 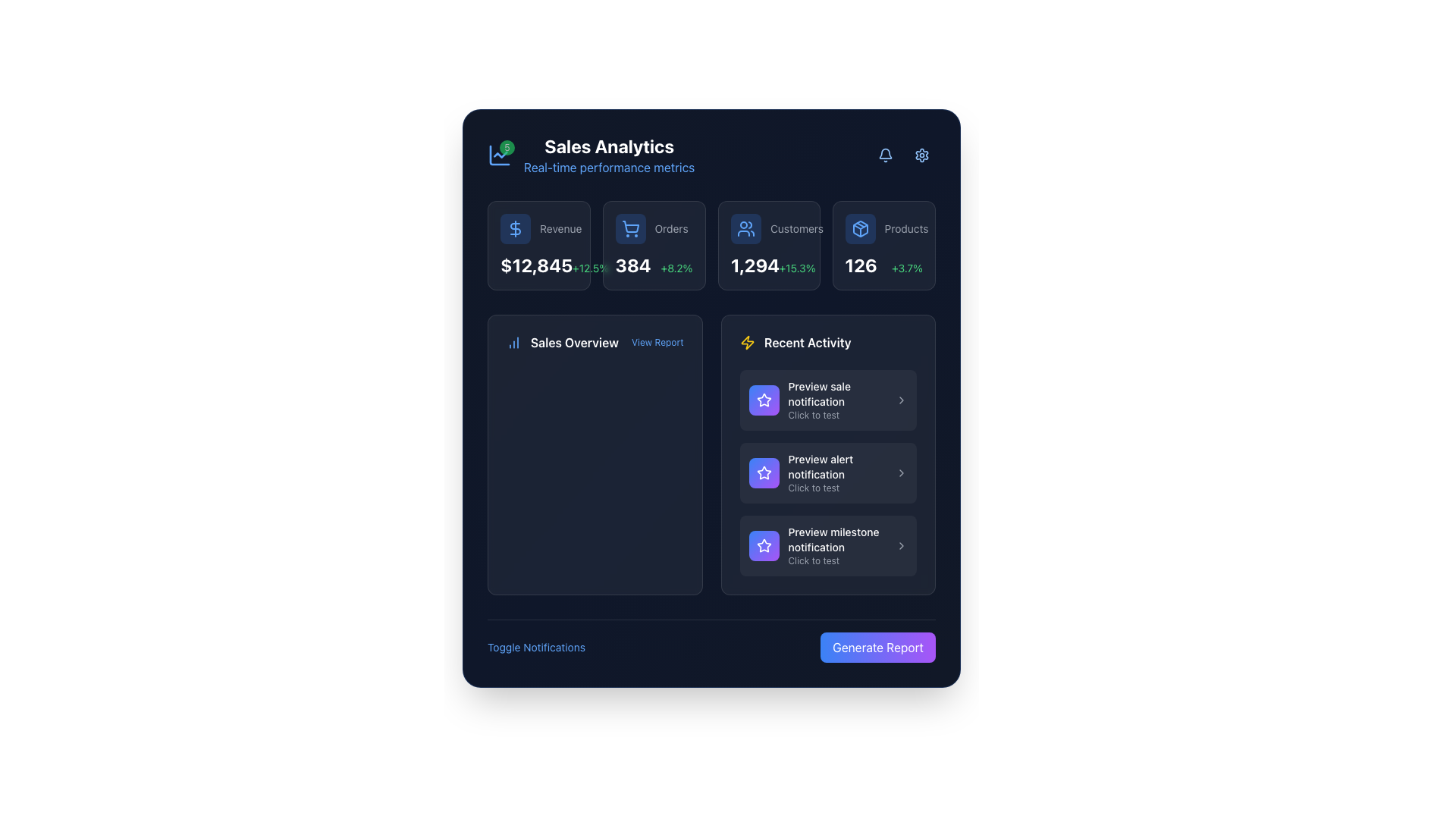 What do you see at coordinates (836, 546) in the screenshot?
I see `the Informational Text Section titled 'Preview milestone notification' with subtext 'Click to test', located in the last card of the 'Recent Activity' column` at bounding box center [836, 546].